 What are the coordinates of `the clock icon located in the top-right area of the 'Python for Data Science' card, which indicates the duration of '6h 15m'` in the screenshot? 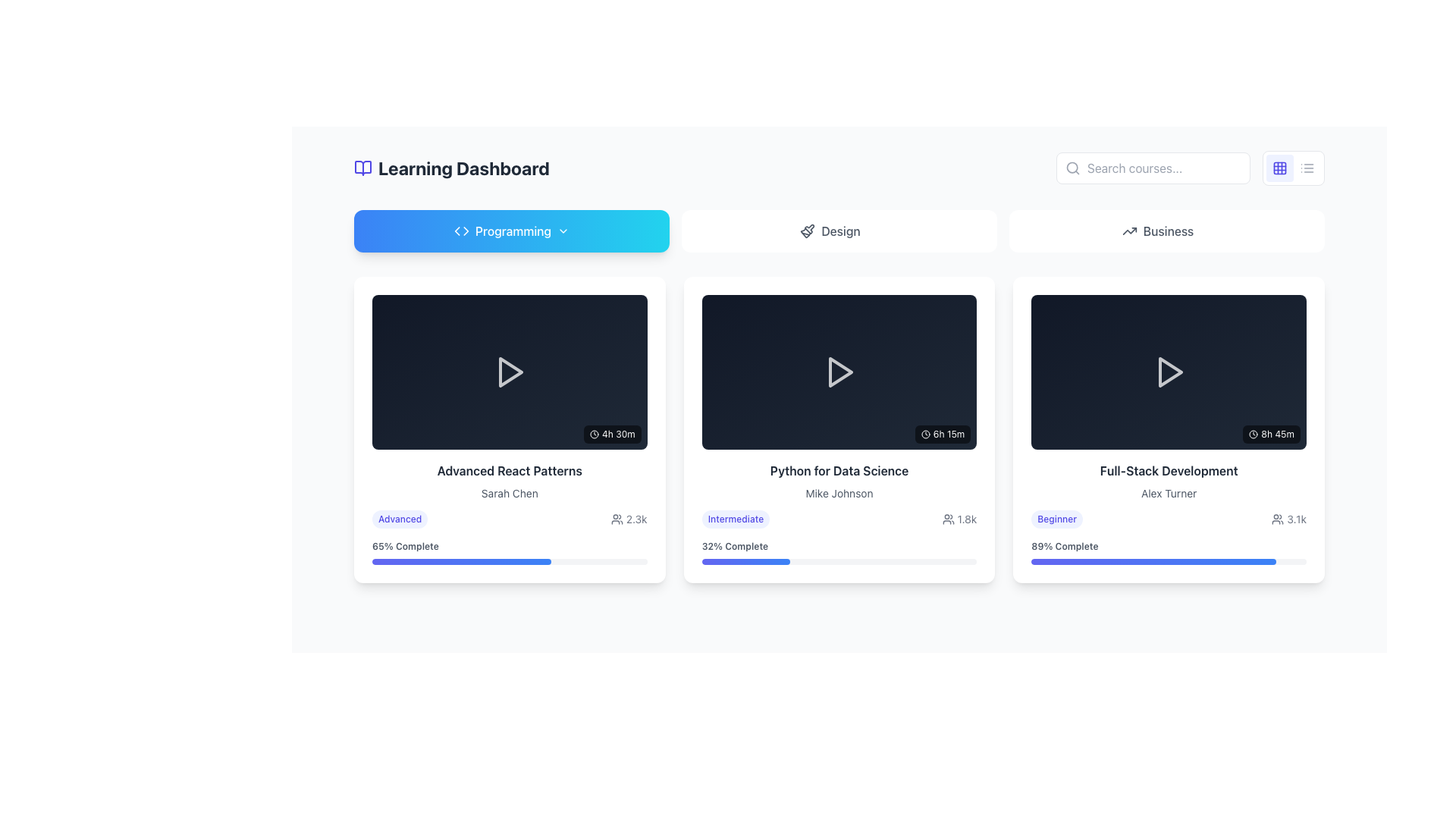 It's located at (924, 435).